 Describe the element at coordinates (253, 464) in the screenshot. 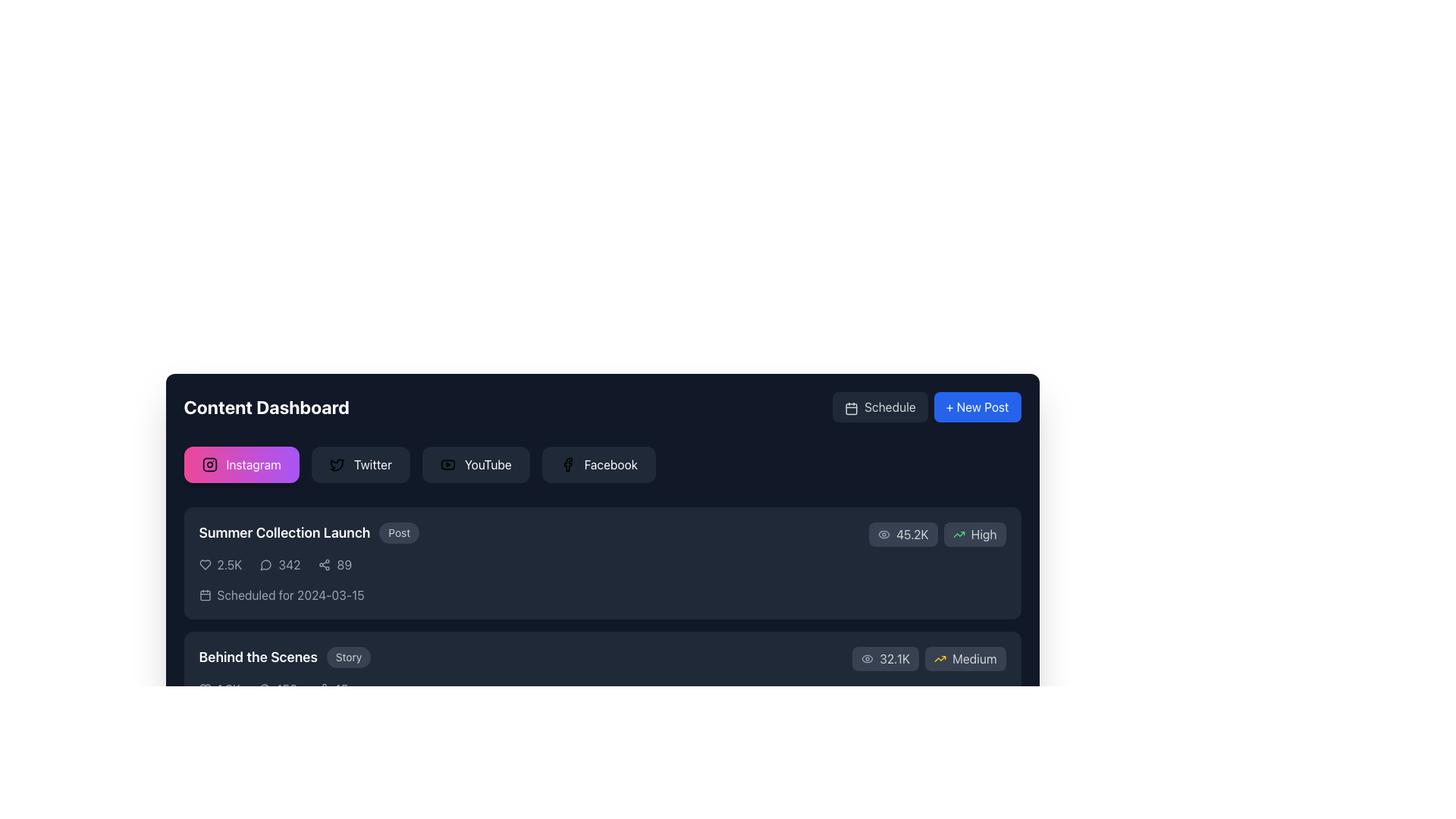

I see `the text label displaying 'Instagram', which is styled with white font and located centrally within a gradient button next to an Instagram logo icon` at that location.